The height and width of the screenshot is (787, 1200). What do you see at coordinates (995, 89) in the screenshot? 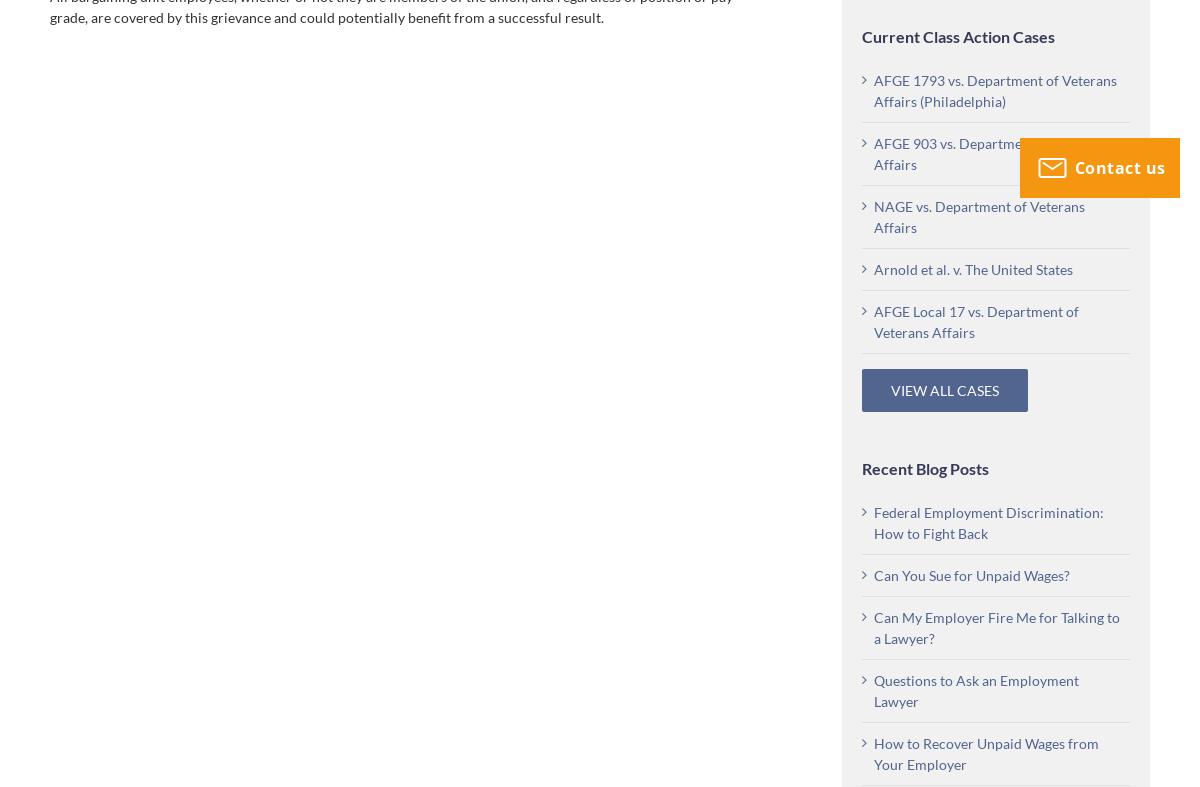
I see `'AFGE 1793 vs. Department of Veterans Affairs (Philadelphia)'` at bounding box center [995, 89].